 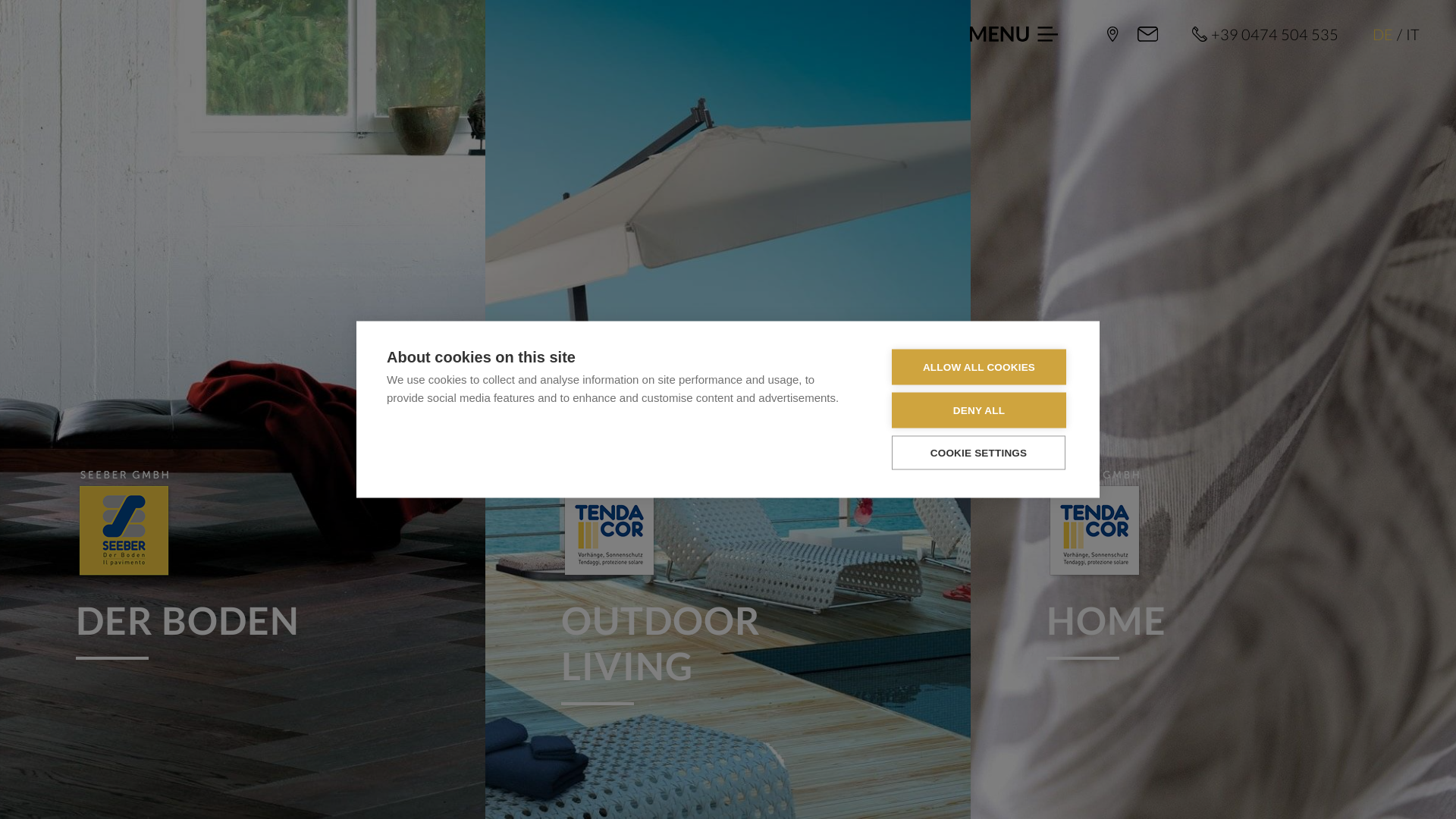 What do you see at coordinates (892, 410) in the screenshot?
I see `'DENY ALL'` at bounding box center [892, 410].